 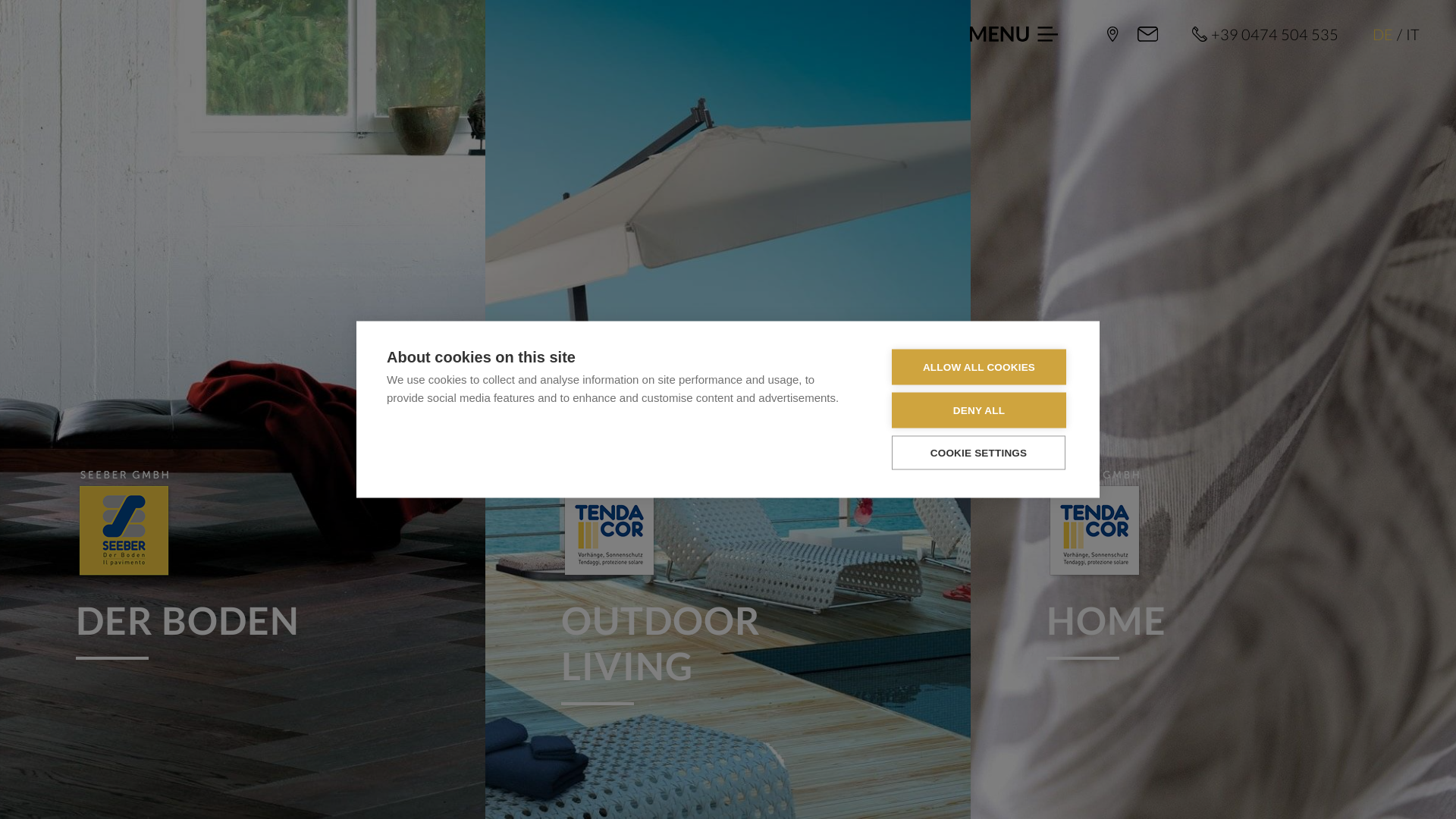 What do you see at coordinates (892, 410) in the screenshot?
I see `'DENY ALL'` at bounding box center [892, 410].